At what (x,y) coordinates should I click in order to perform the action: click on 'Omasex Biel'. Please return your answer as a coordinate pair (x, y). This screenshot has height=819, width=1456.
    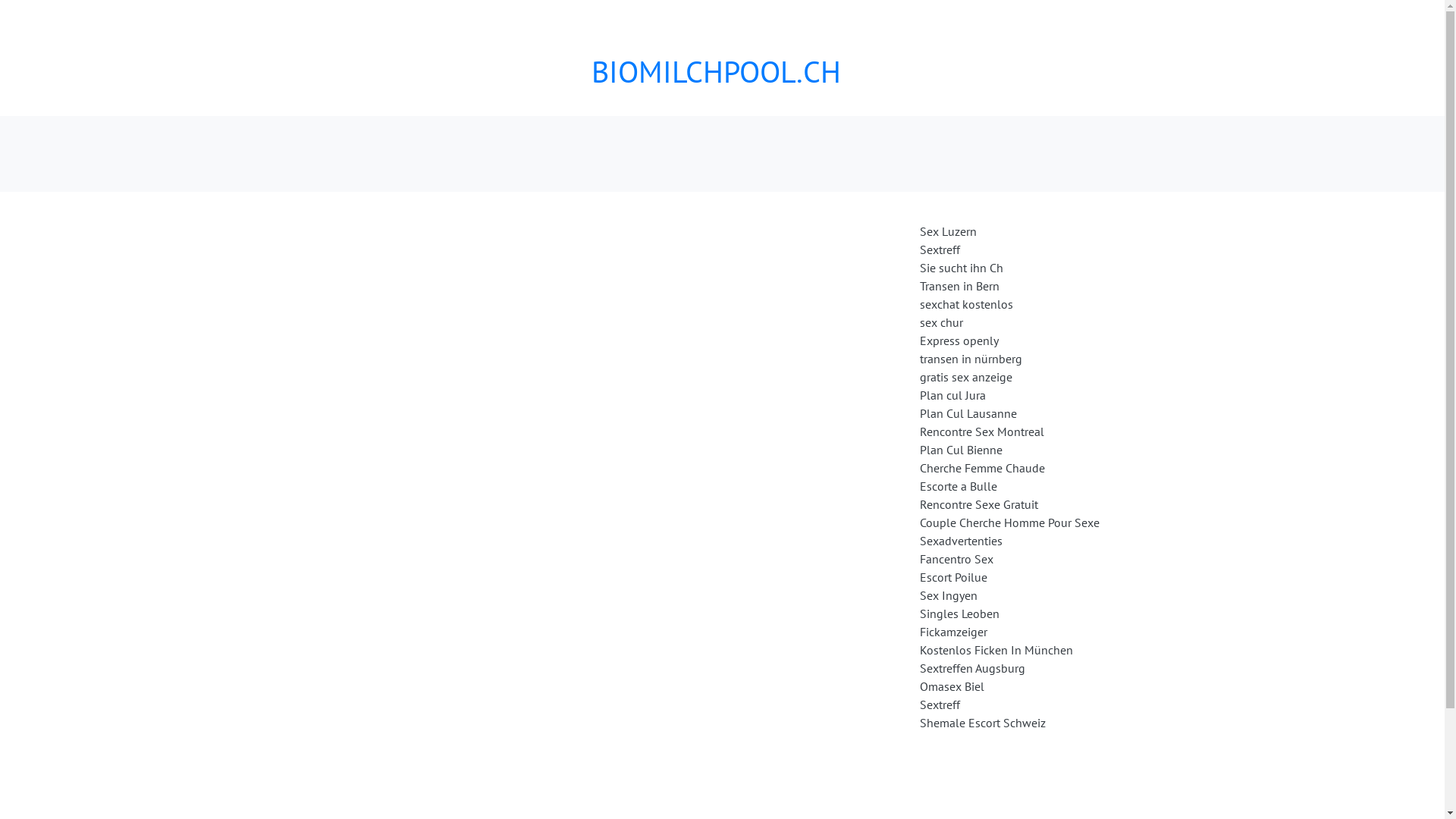
    Looking at the image, I should click on (950, 686).